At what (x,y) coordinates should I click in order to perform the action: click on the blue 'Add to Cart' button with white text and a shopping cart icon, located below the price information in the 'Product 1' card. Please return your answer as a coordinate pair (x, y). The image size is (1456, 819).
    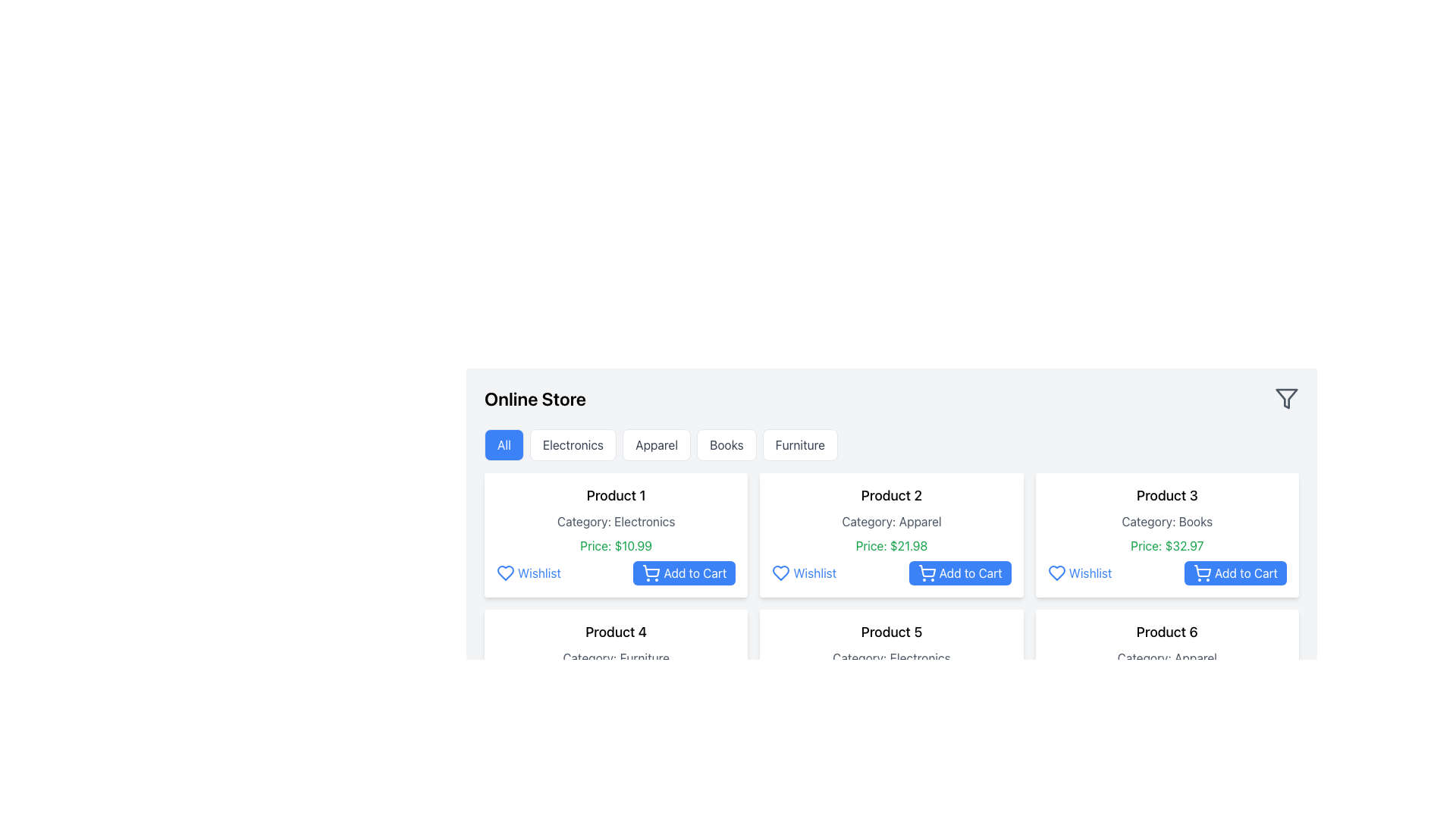
    Looking at the image, I should click on (683, 573).